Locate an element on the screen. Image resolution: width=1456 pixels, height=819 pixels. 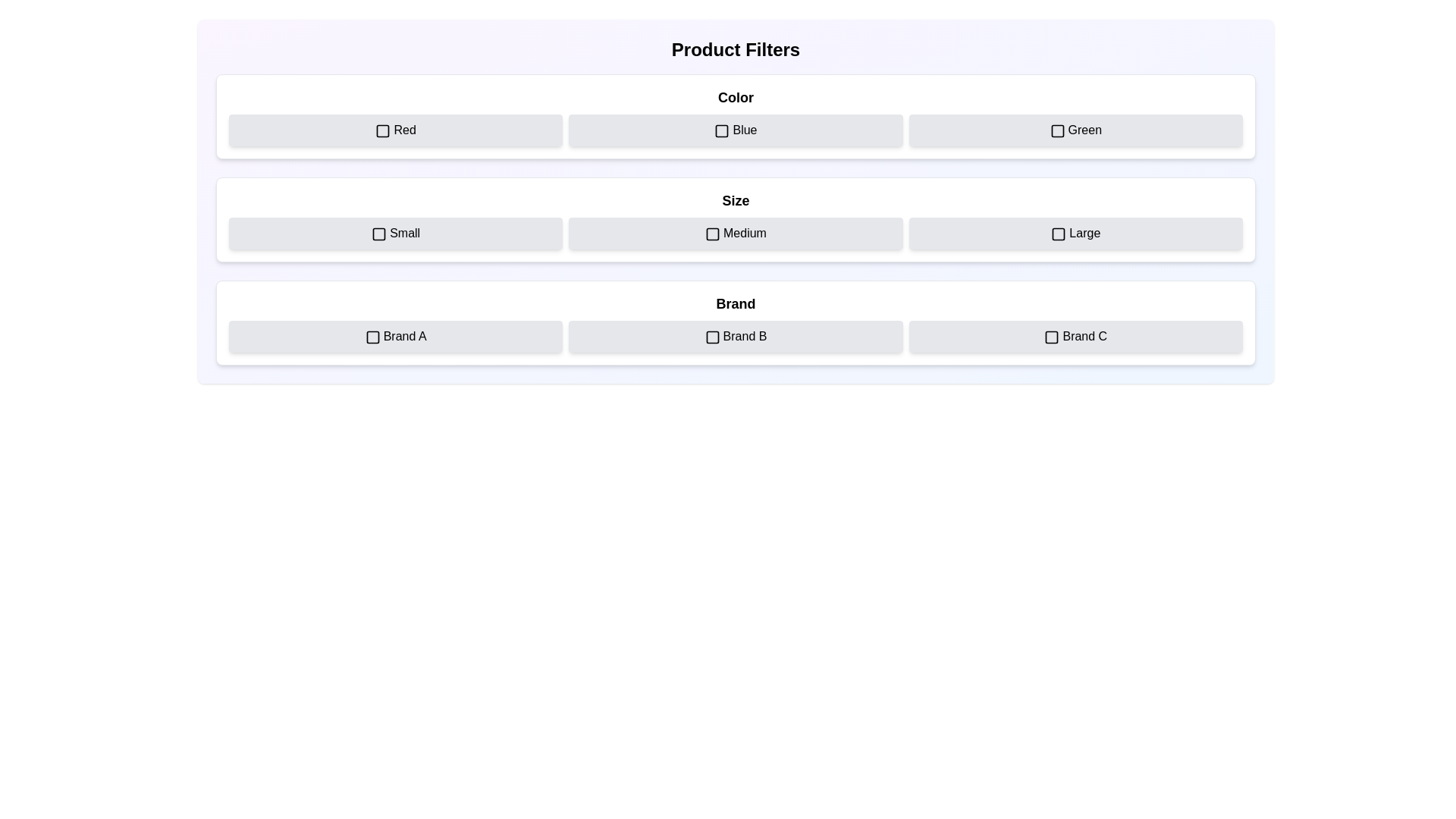
the 'Brand C' filter button, which is the third button in the horizontally aligned group of brand selection options is located at coordinates (1075, 335).